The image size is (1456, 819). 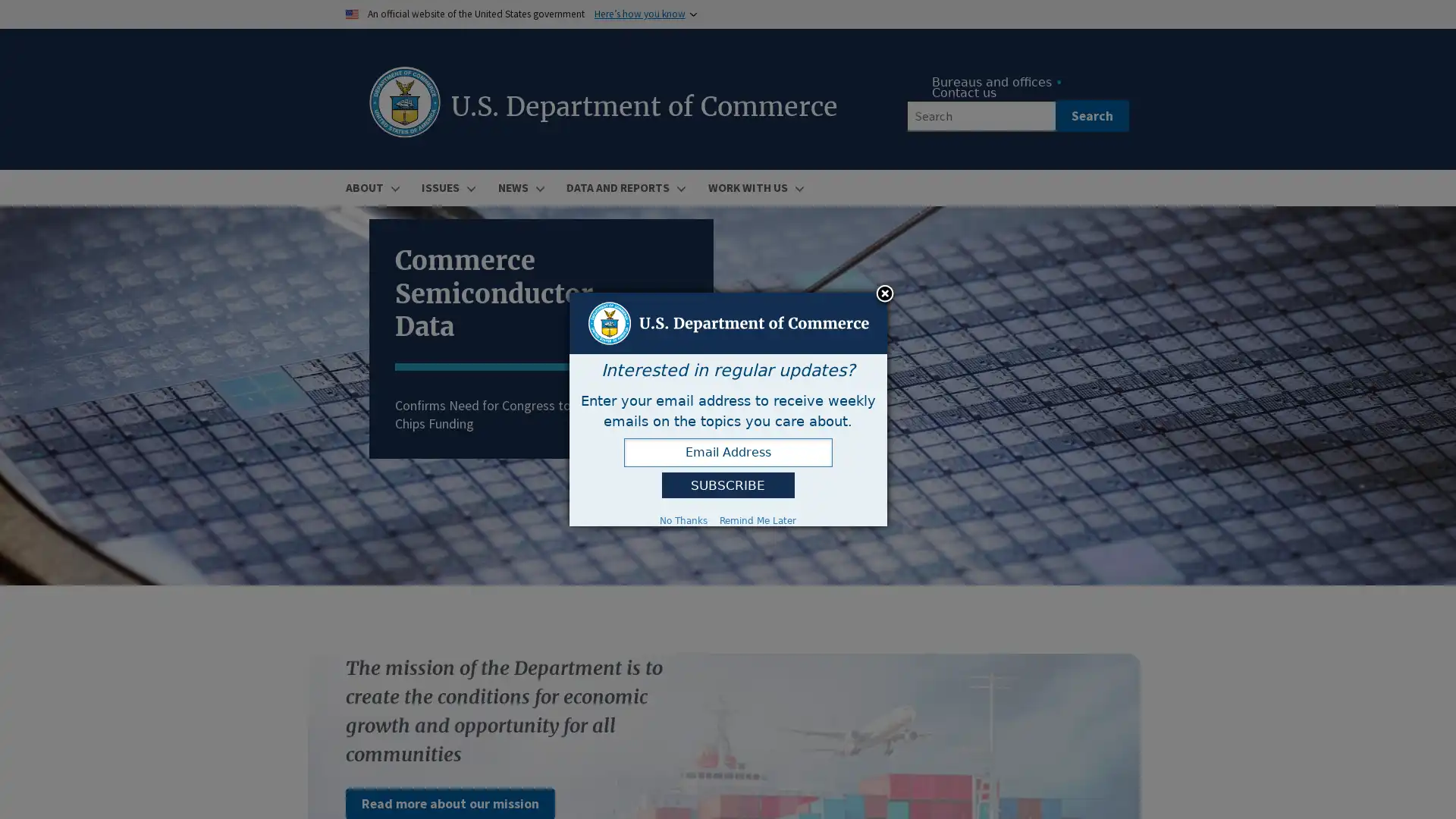 I want to click on Search, so click(x=1090, y=115).